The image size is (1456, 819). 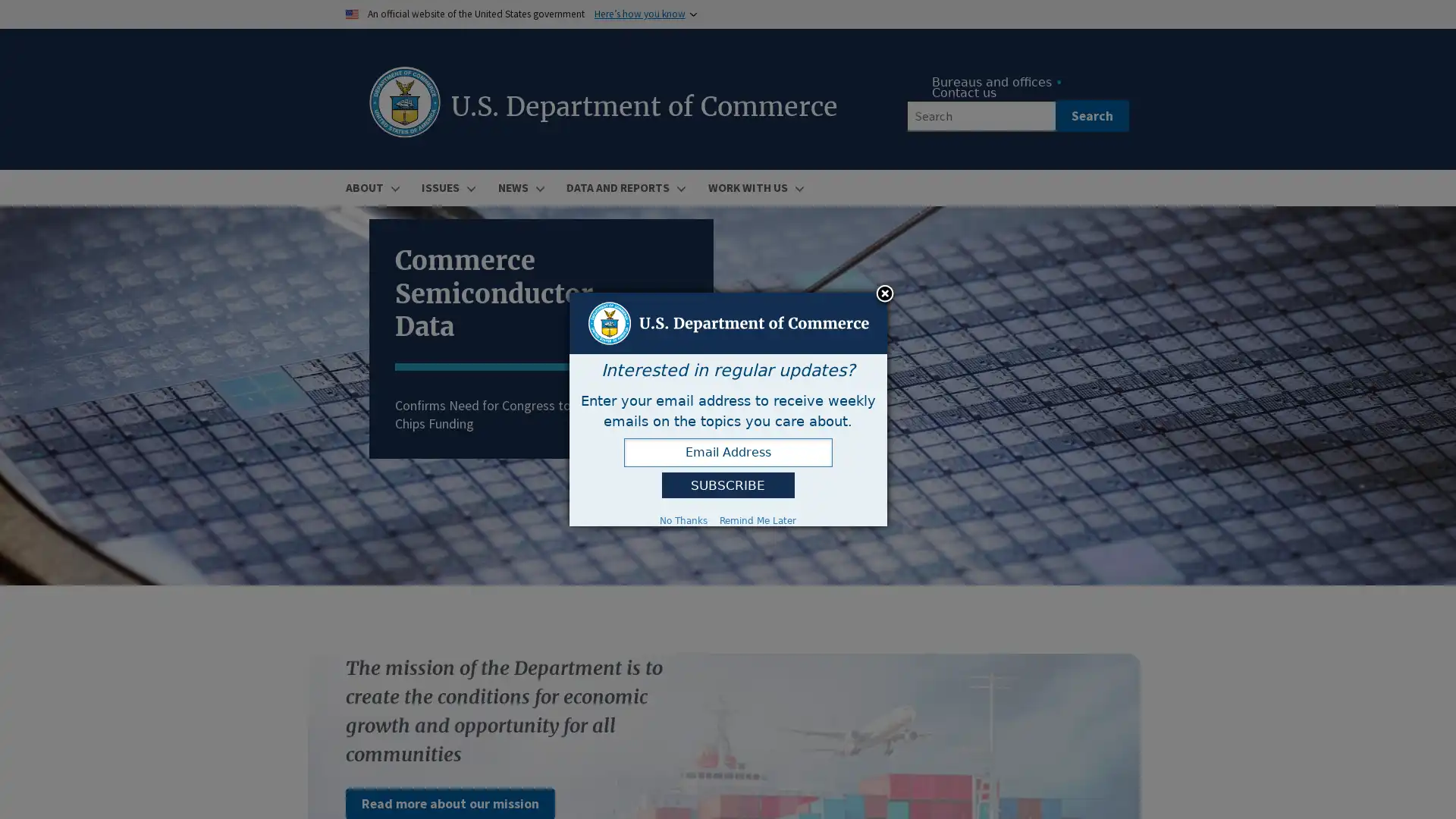 I want to click on Search, so click(x=1090, y=115).